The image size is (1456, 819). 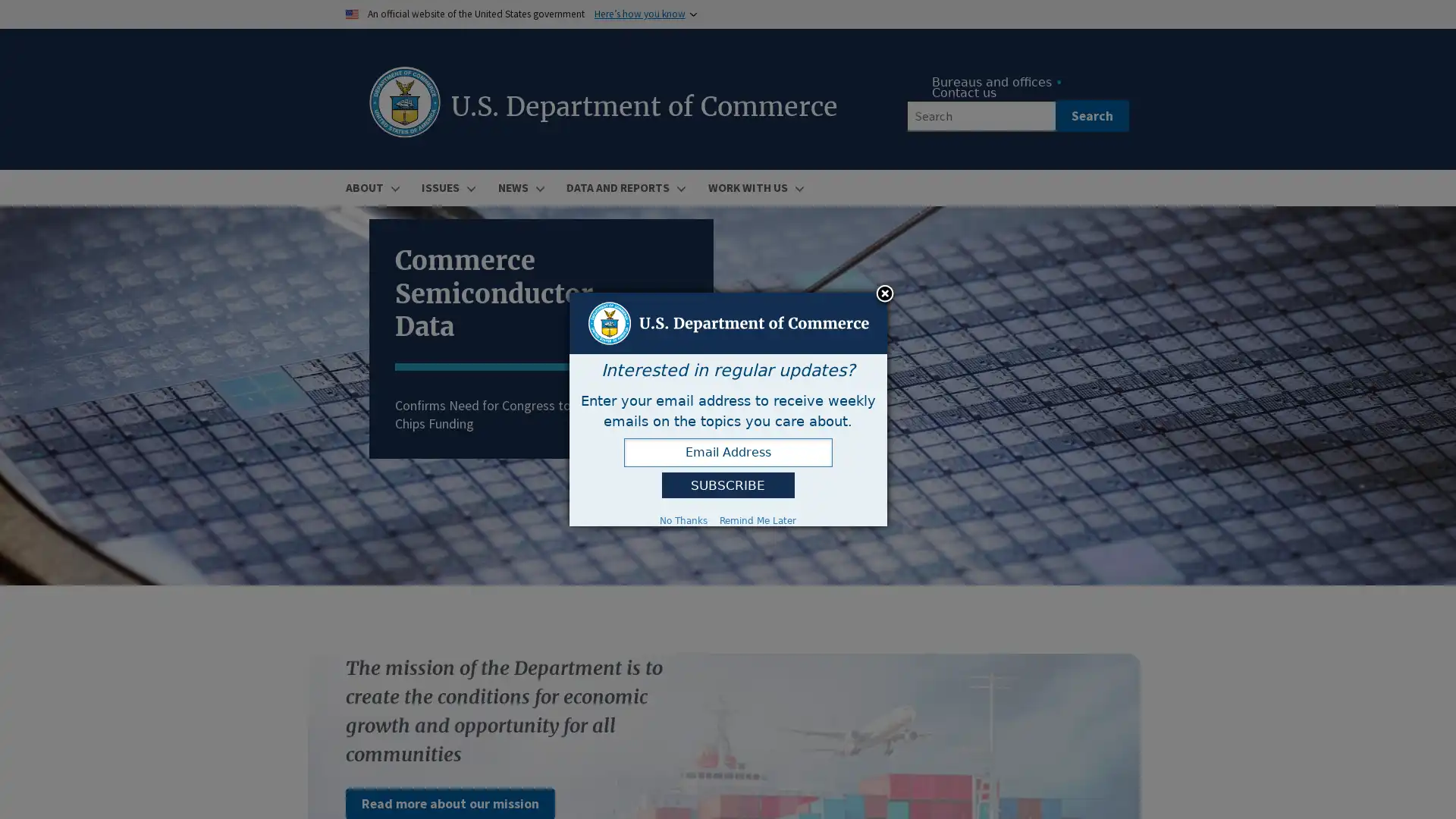 I want to click on Search, so click(x=1090, y=115).